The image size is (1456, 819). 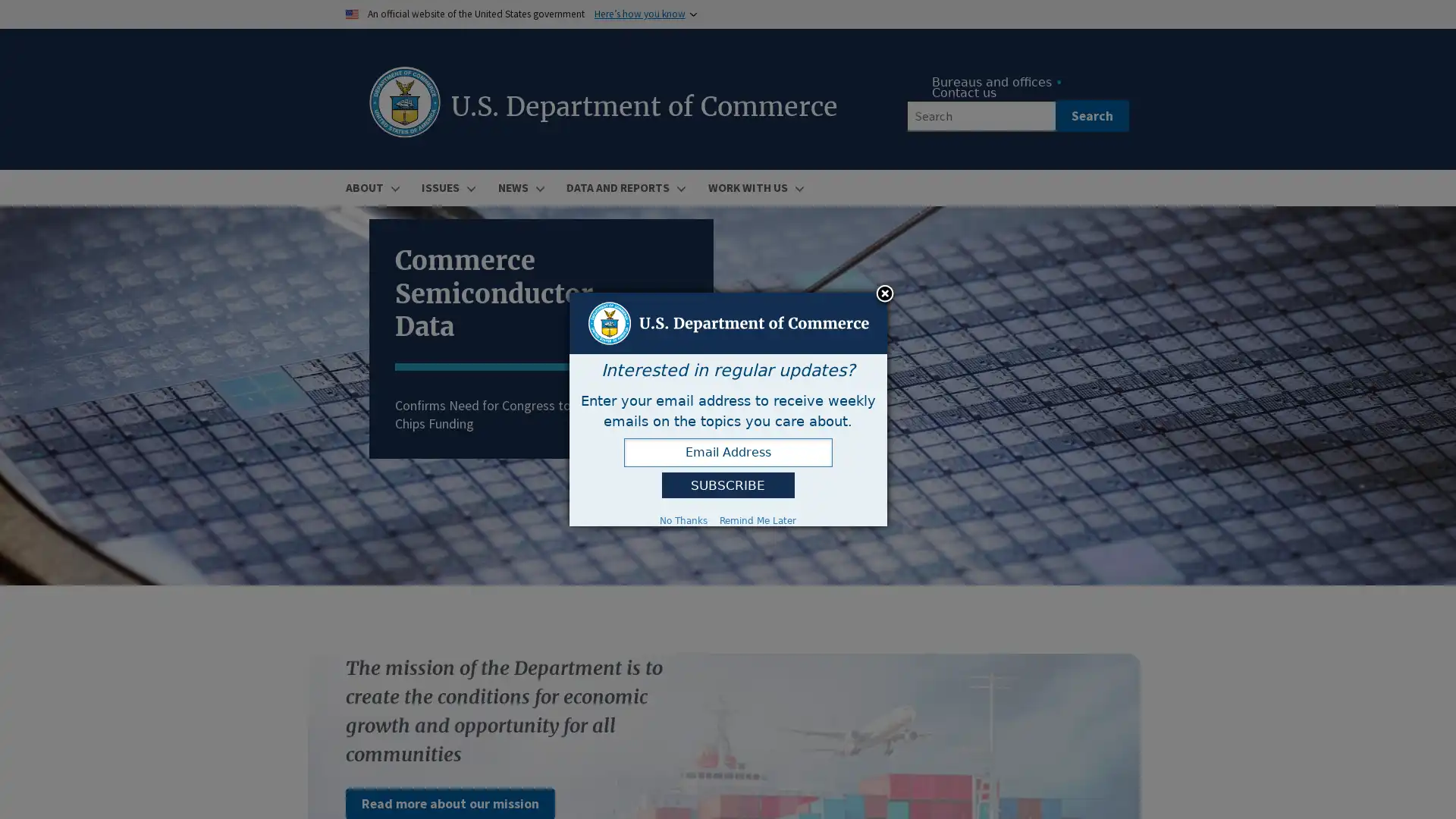 I want to click on Search, so click(x=1090, y=115).